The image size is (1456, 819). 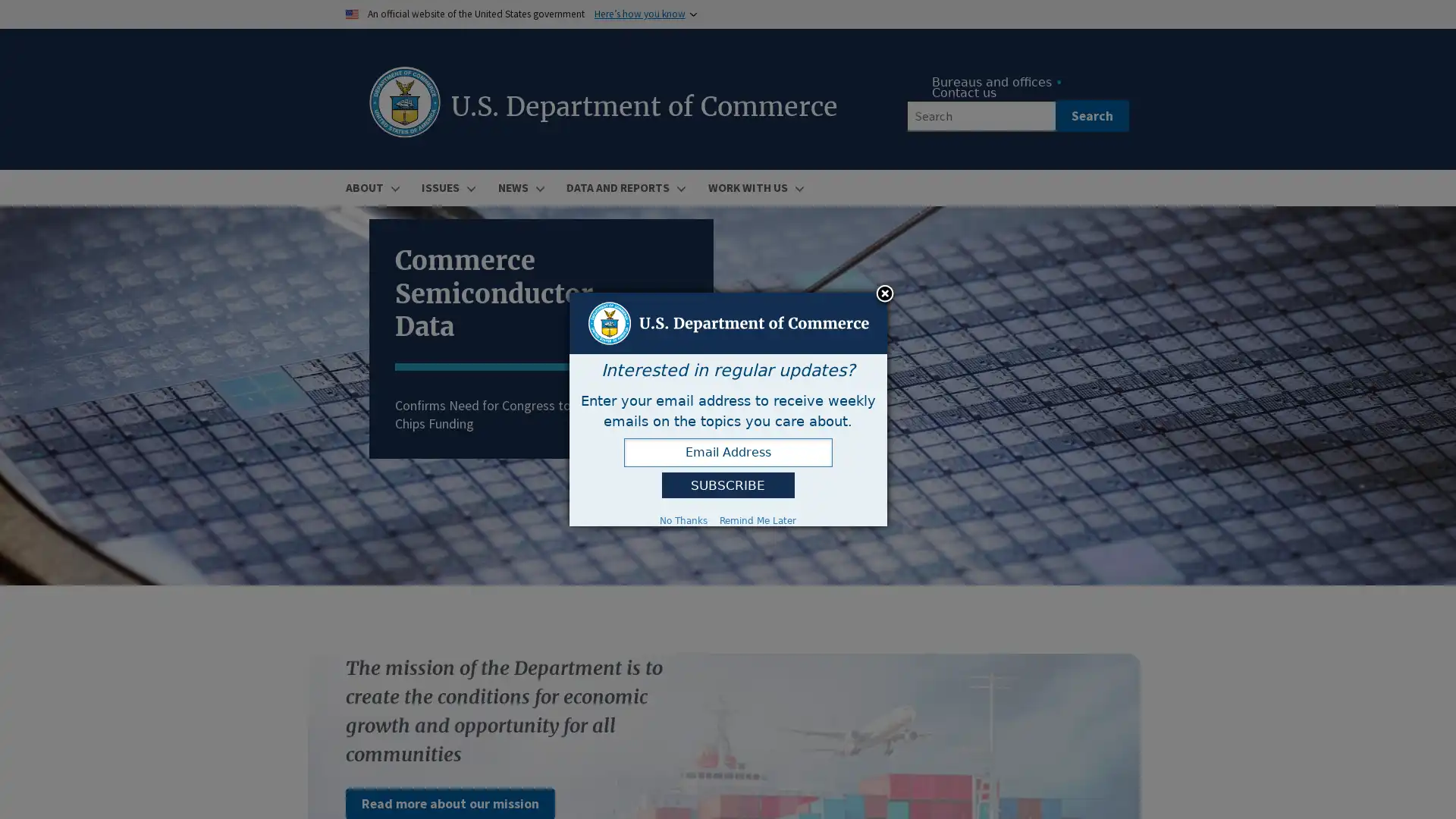 I want to click on Search, so click(x=1090, y=115).